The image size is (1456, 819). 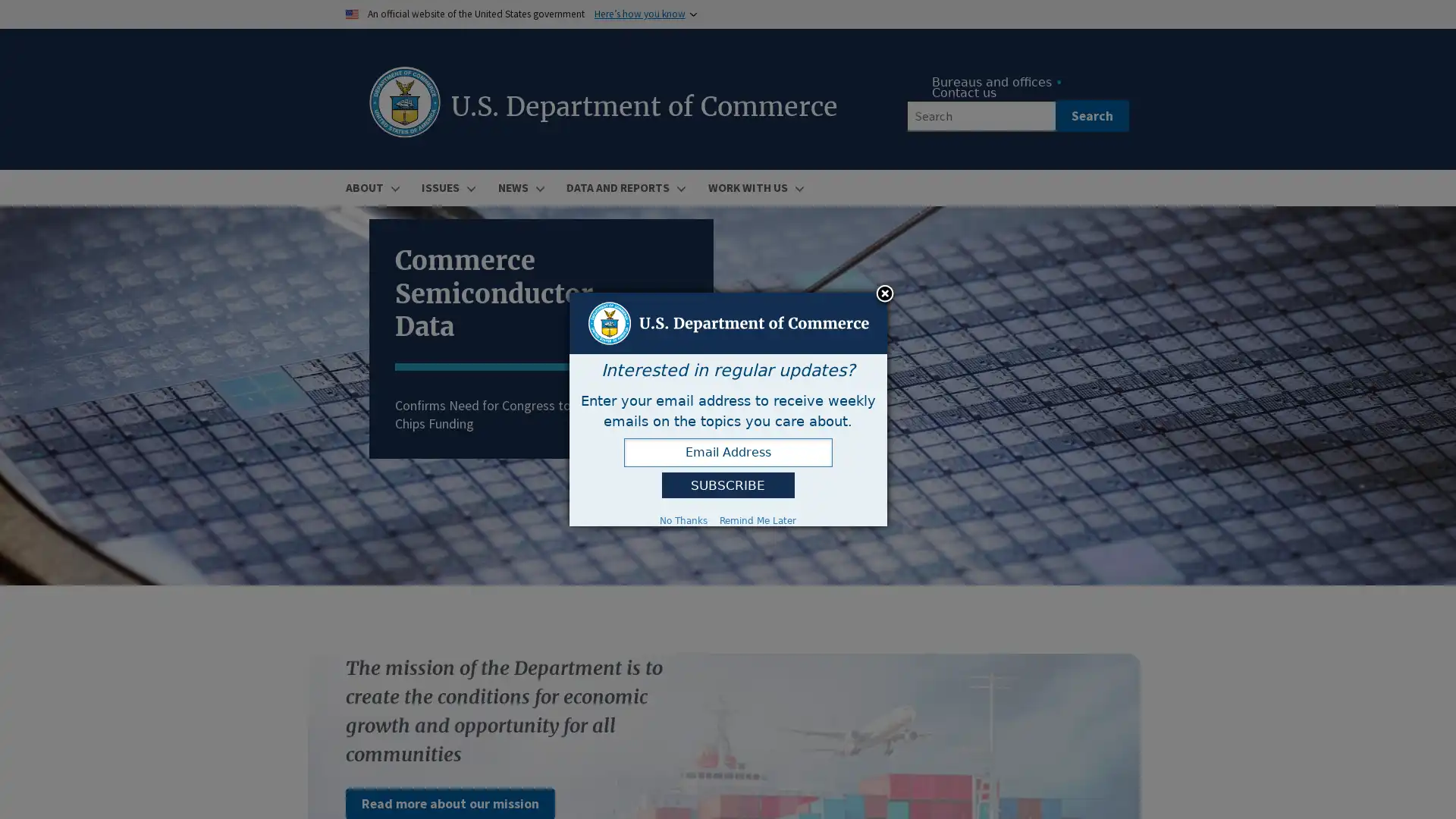 I want to click on Search, so click(x=1090, y=115).